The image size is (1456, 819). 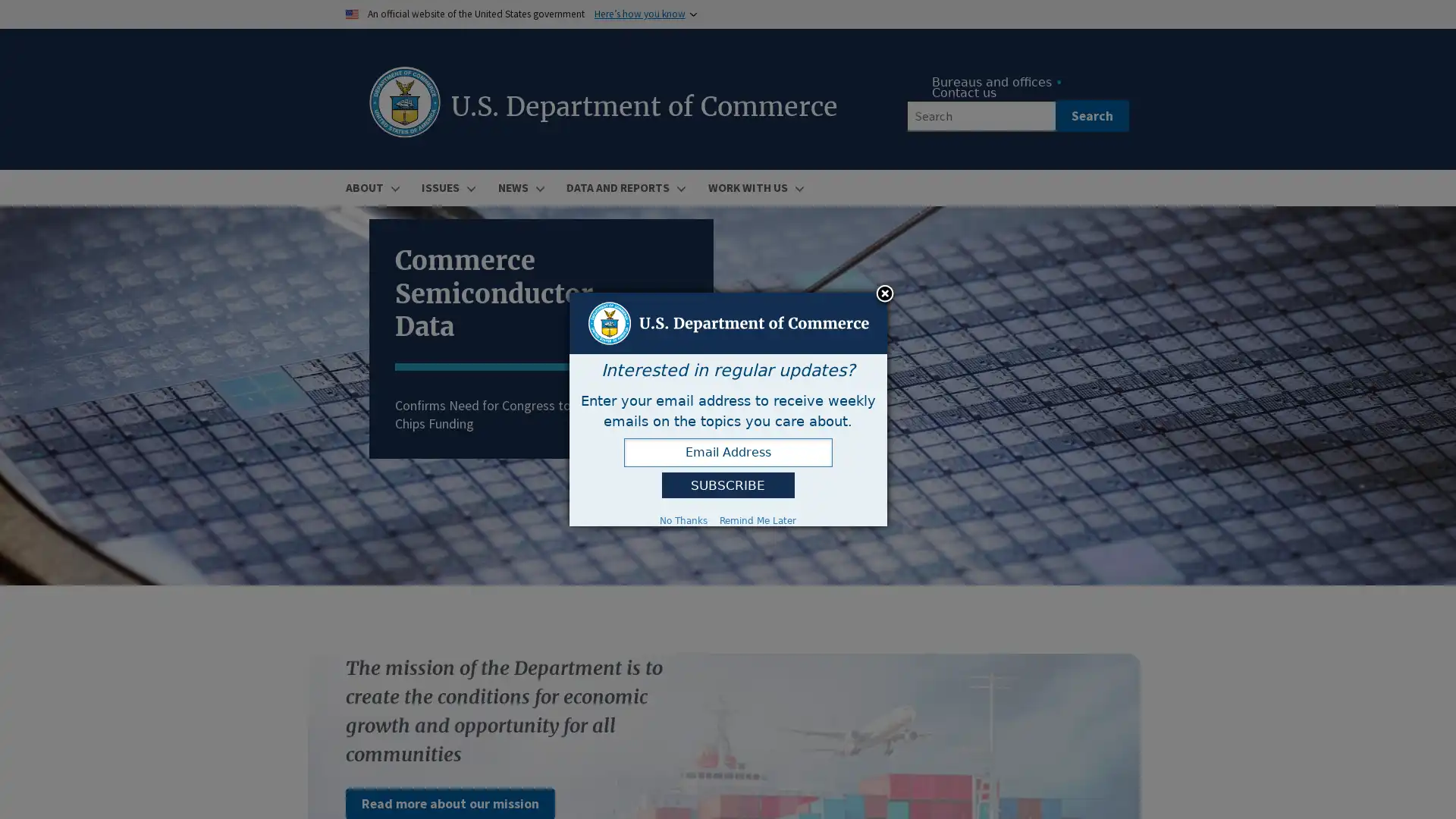 I want to click on Search, so click(x=1090, y=115).